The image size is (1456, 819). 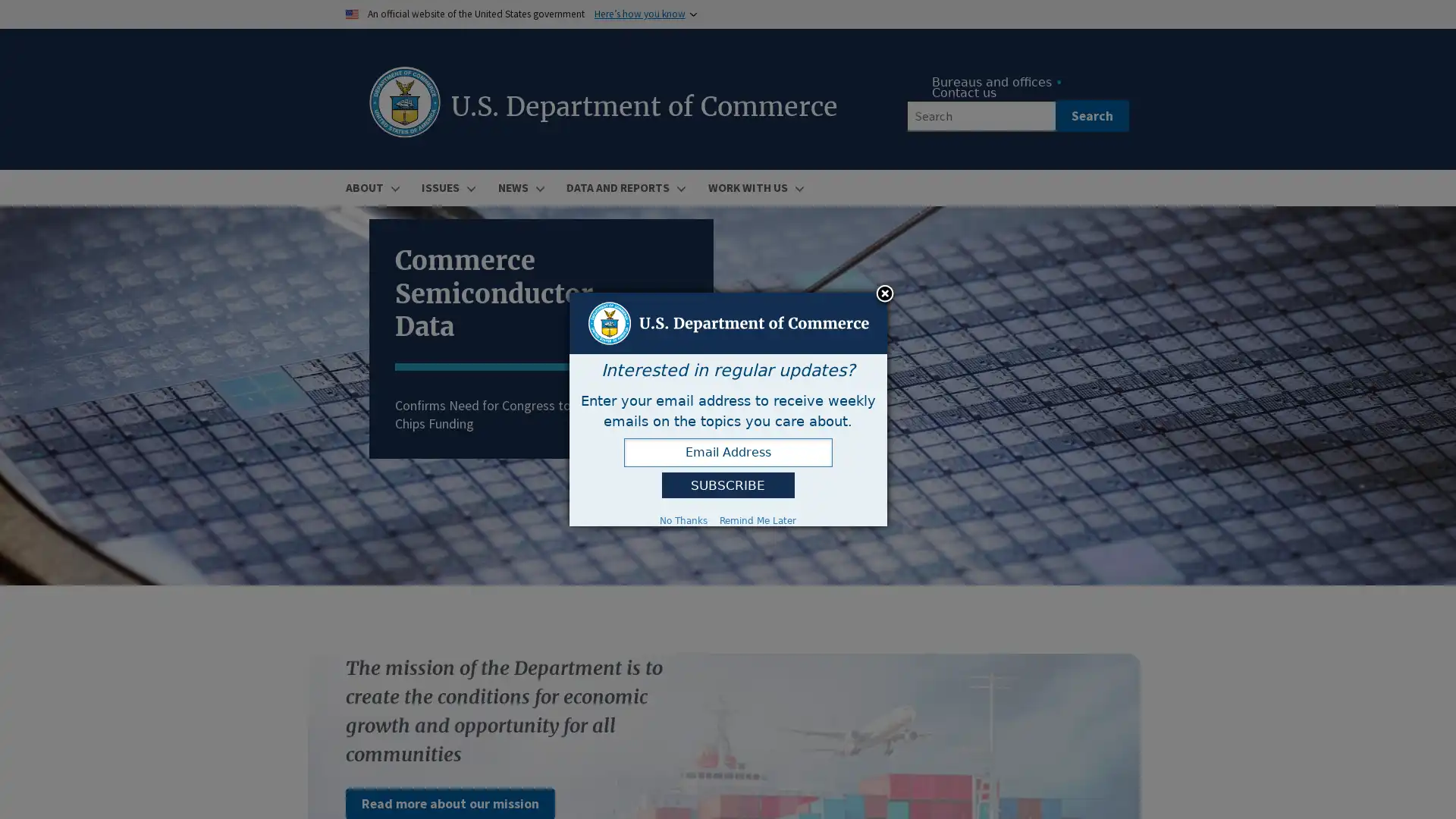 I want to click on Search, so click(x=1090, y=115).